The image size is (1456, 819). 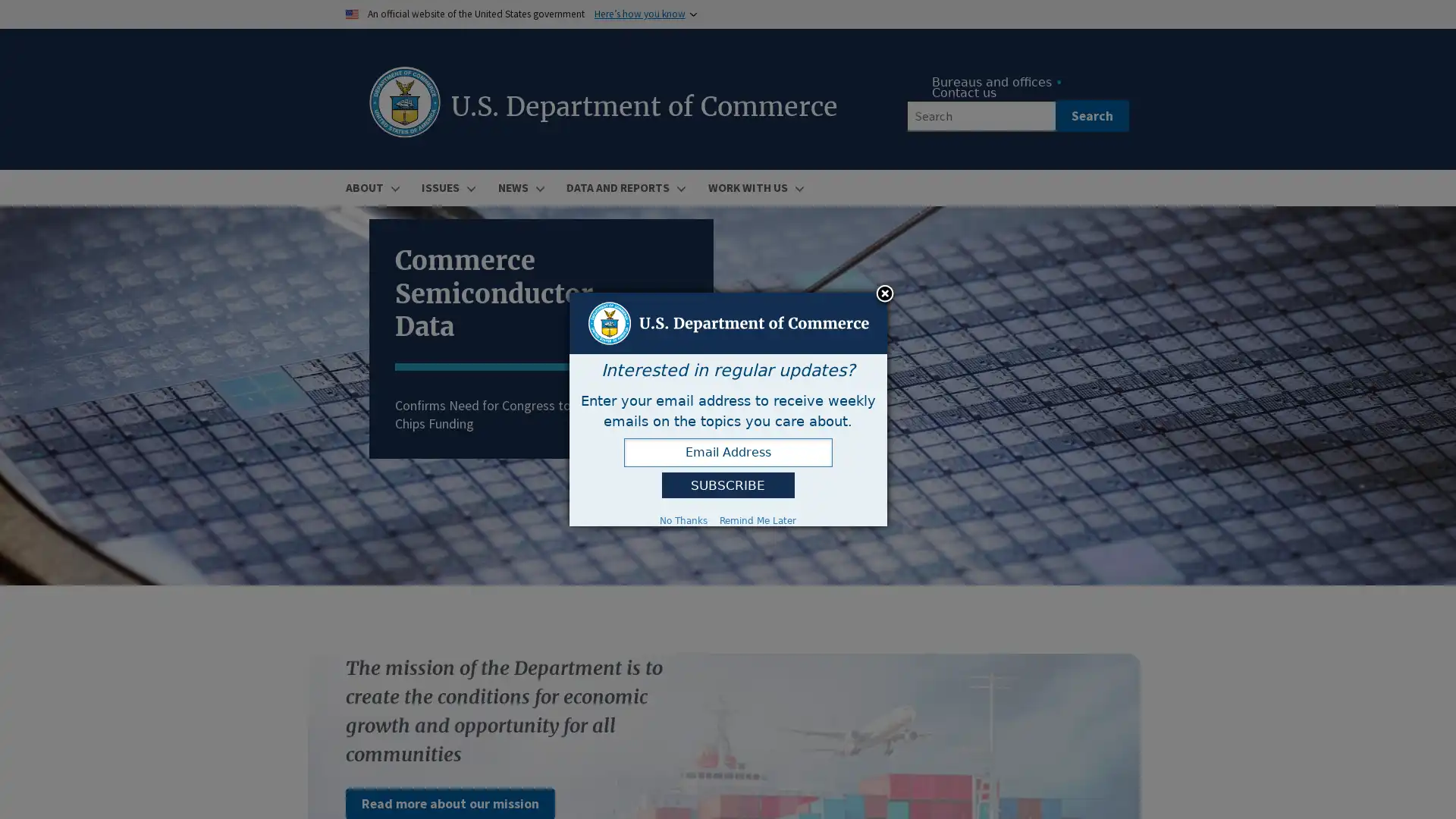 I want to click on Search, so click(x=1090, y=115).